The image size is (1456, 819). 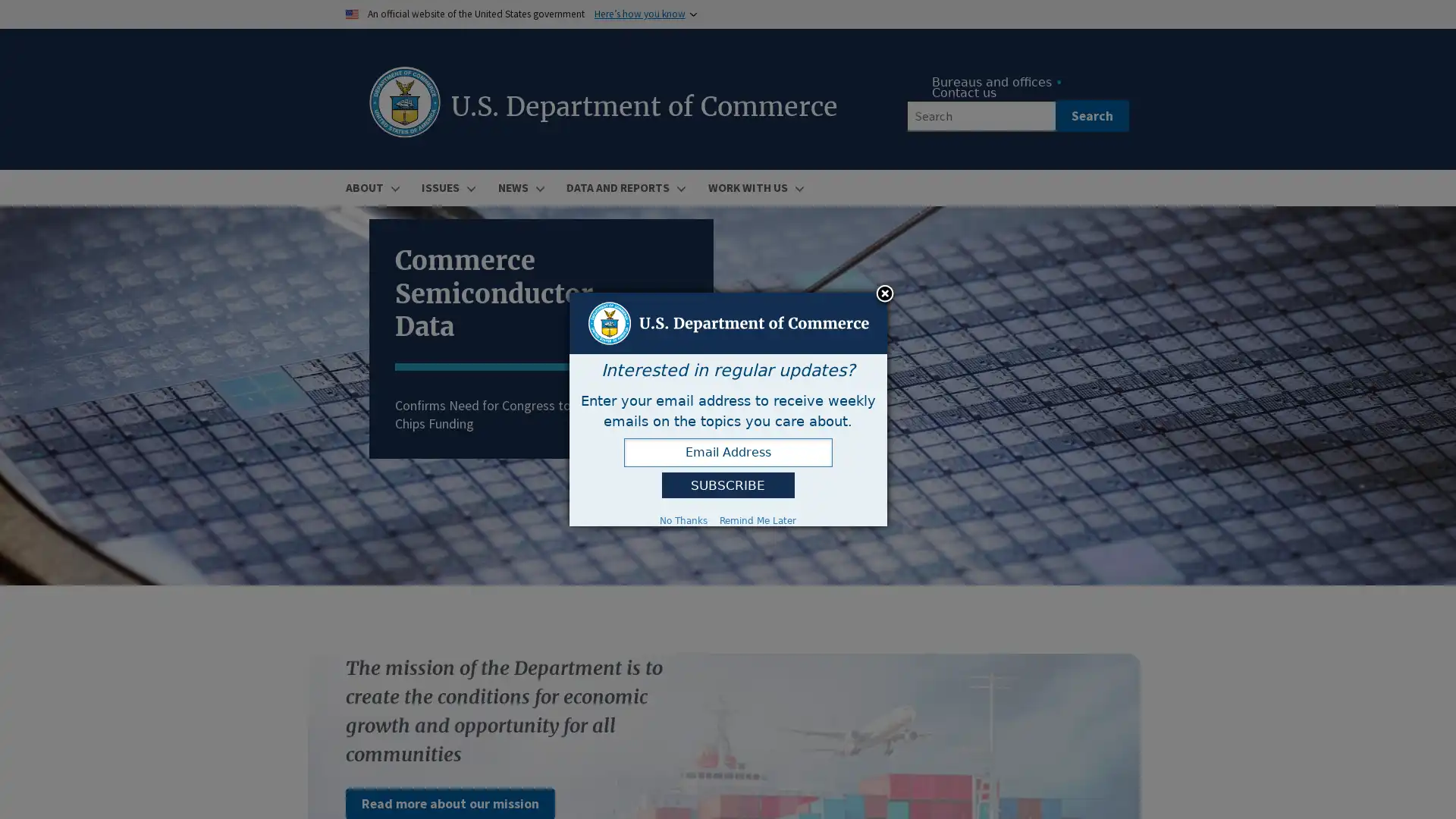 I want to click on Search, so click(x=1090, y=115).